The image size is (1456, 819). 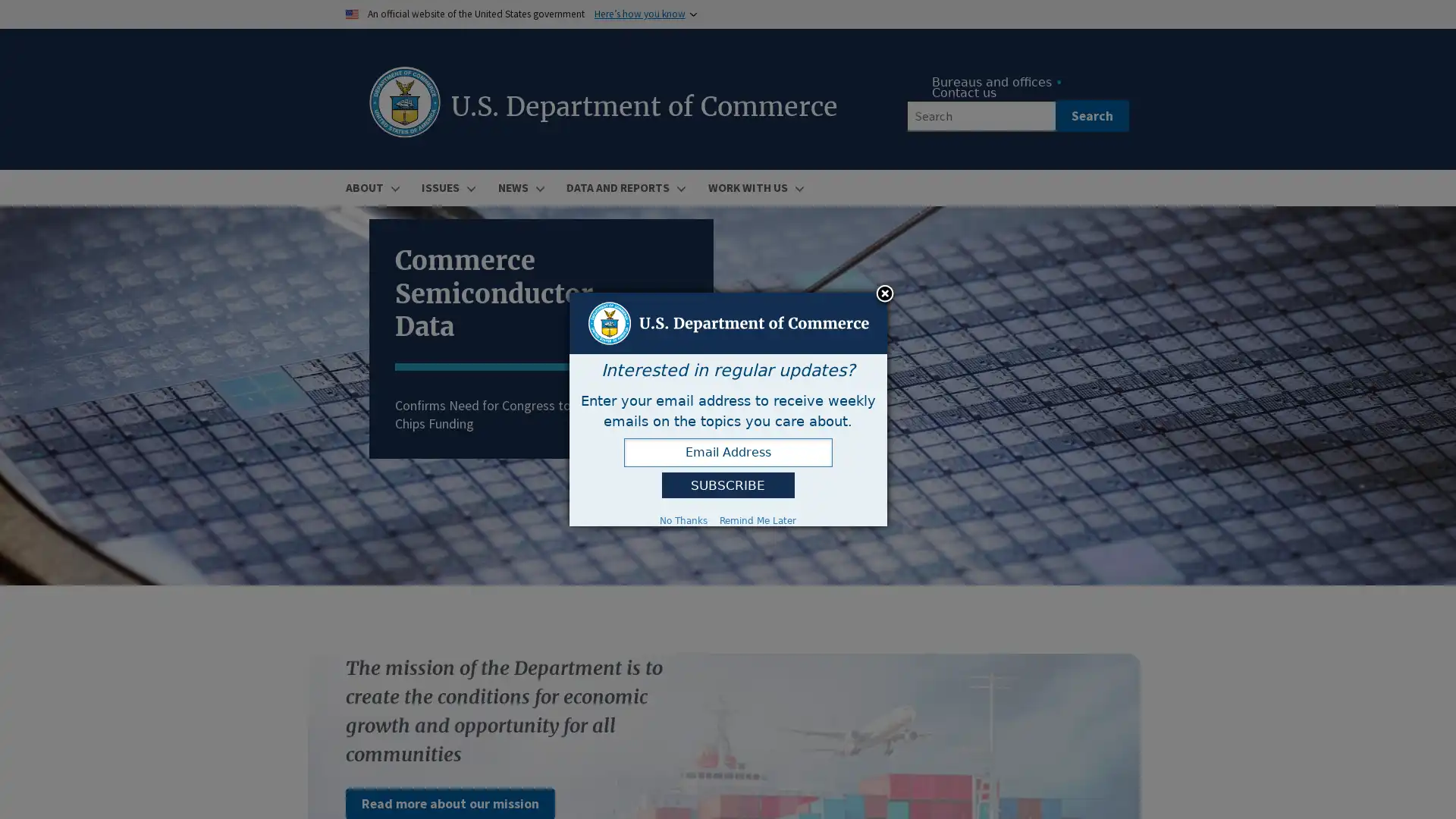 I want to click on Search, so click(x=1090, y=115).